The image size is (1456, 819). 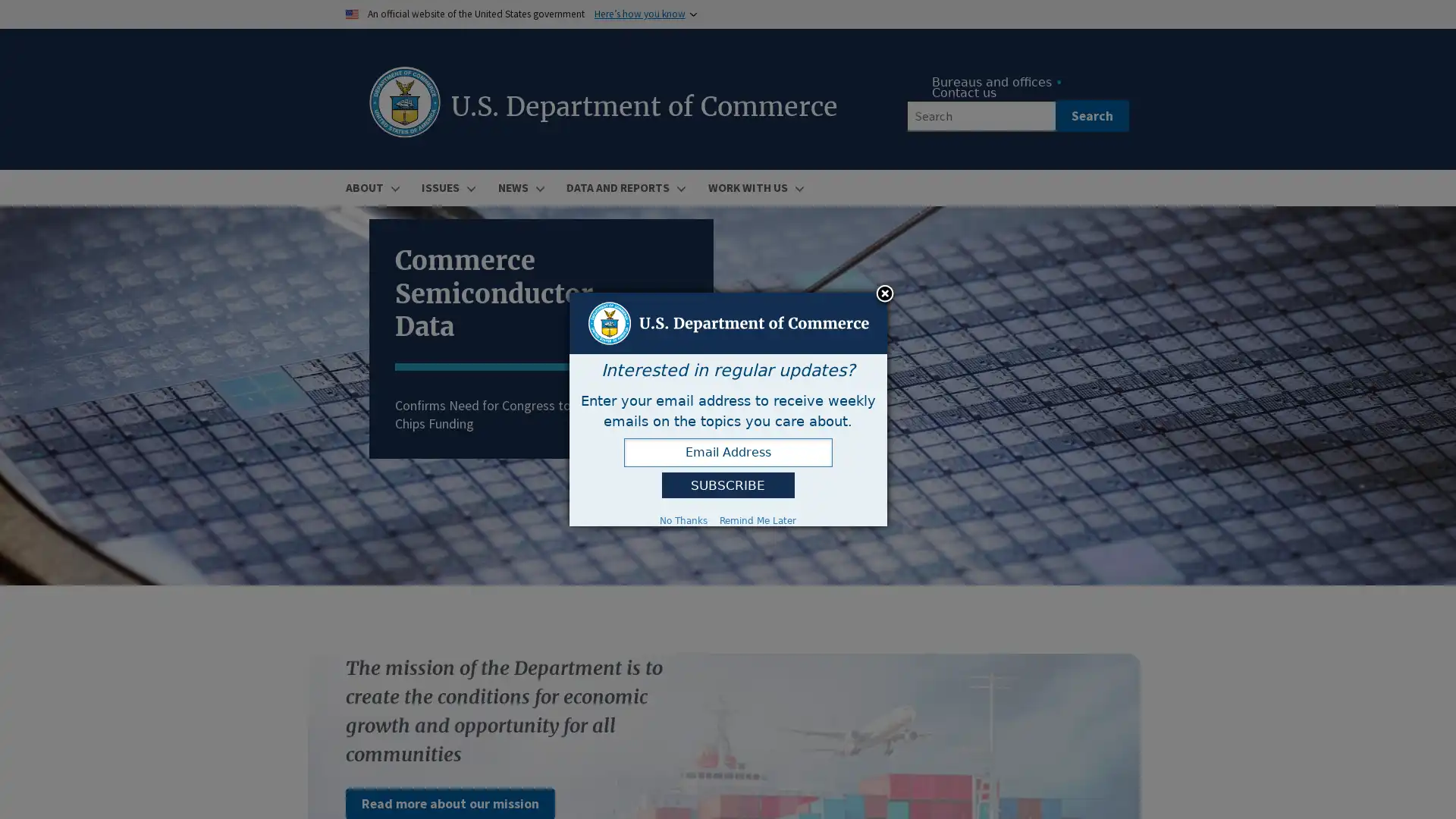 I want to click on Search, so click(x=1090, y=115).